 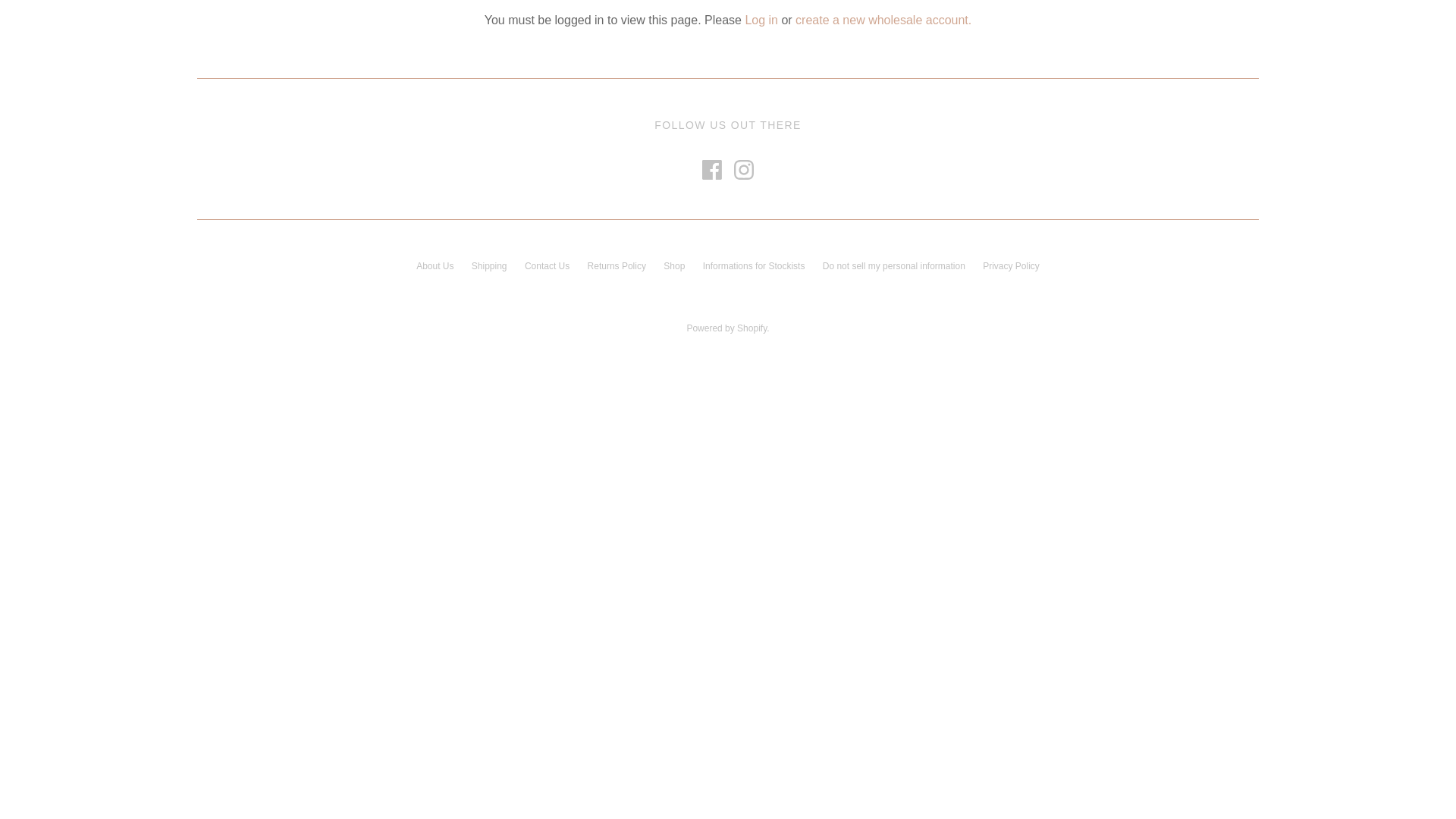 What do you see at coordinates (673, 265) in the screenshot?
I see `'Shop'` at bounding box center [673, 265].